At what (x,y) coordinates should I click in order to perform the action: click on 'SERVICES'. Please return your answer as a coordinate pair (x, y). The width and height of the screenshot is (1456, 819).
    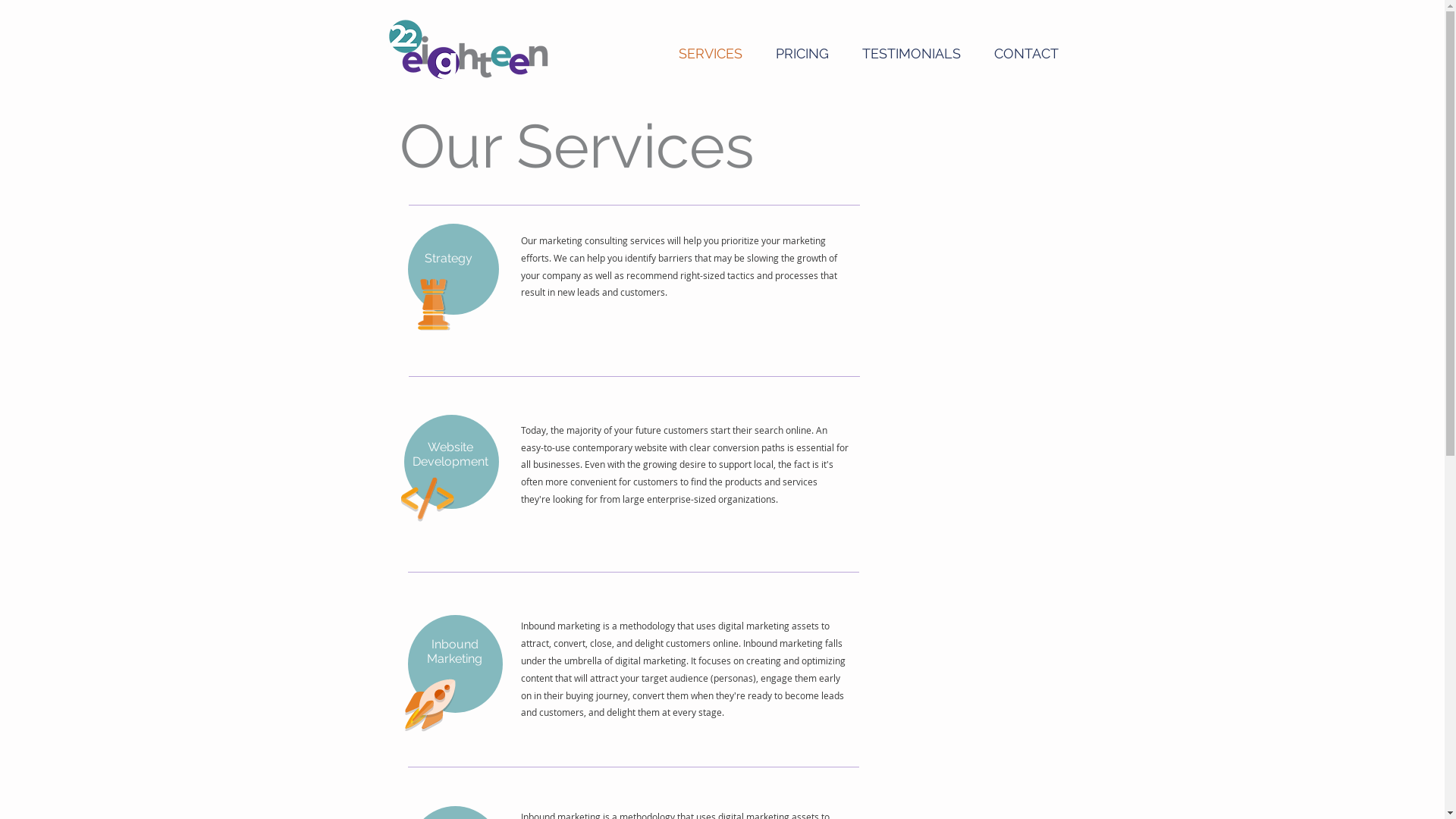
    Looking at the image, I should click on (661, 52).